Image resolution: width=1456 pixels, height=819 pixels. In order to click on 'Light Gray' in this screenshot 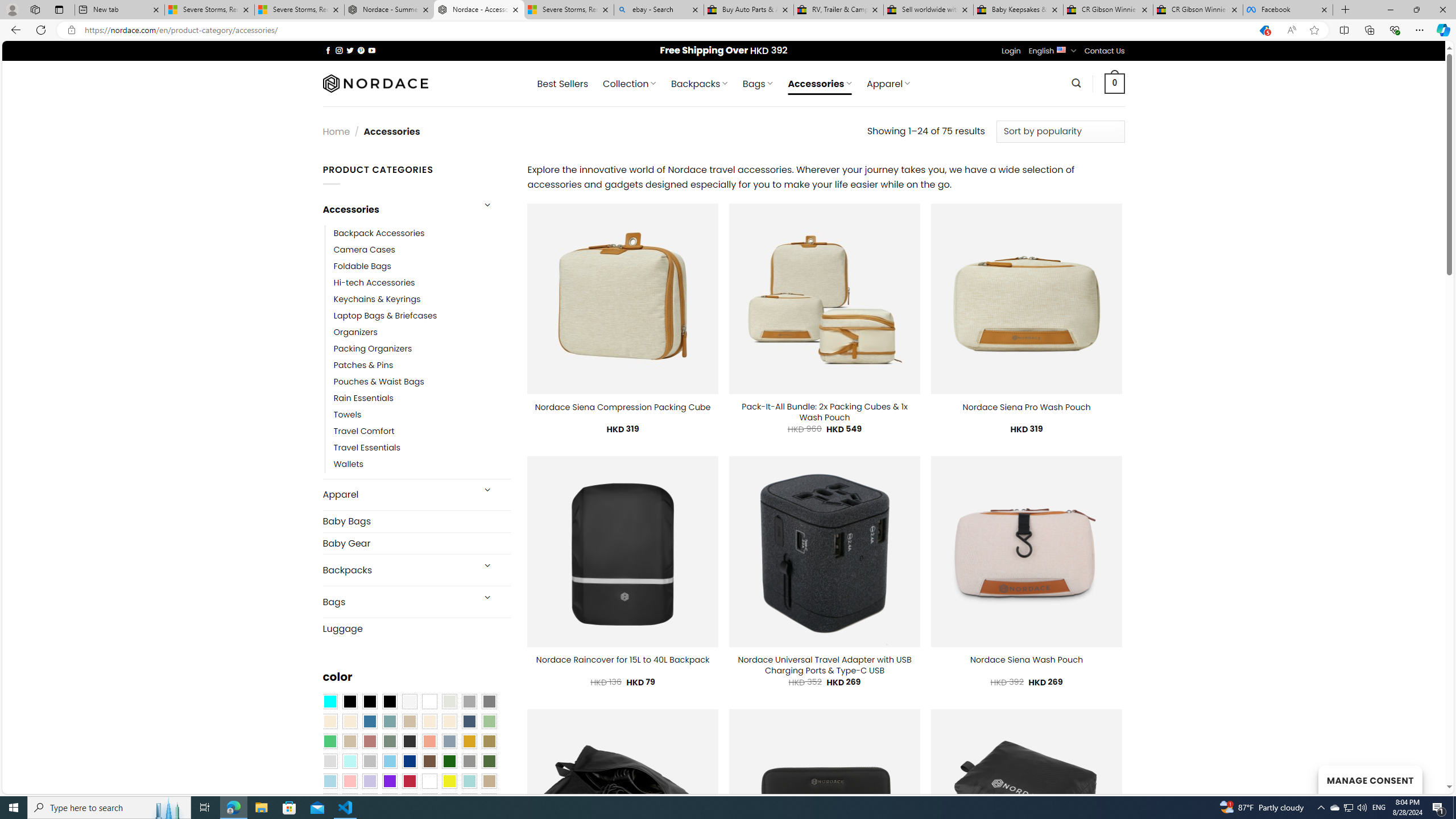, I will do `click(329, 761)`.